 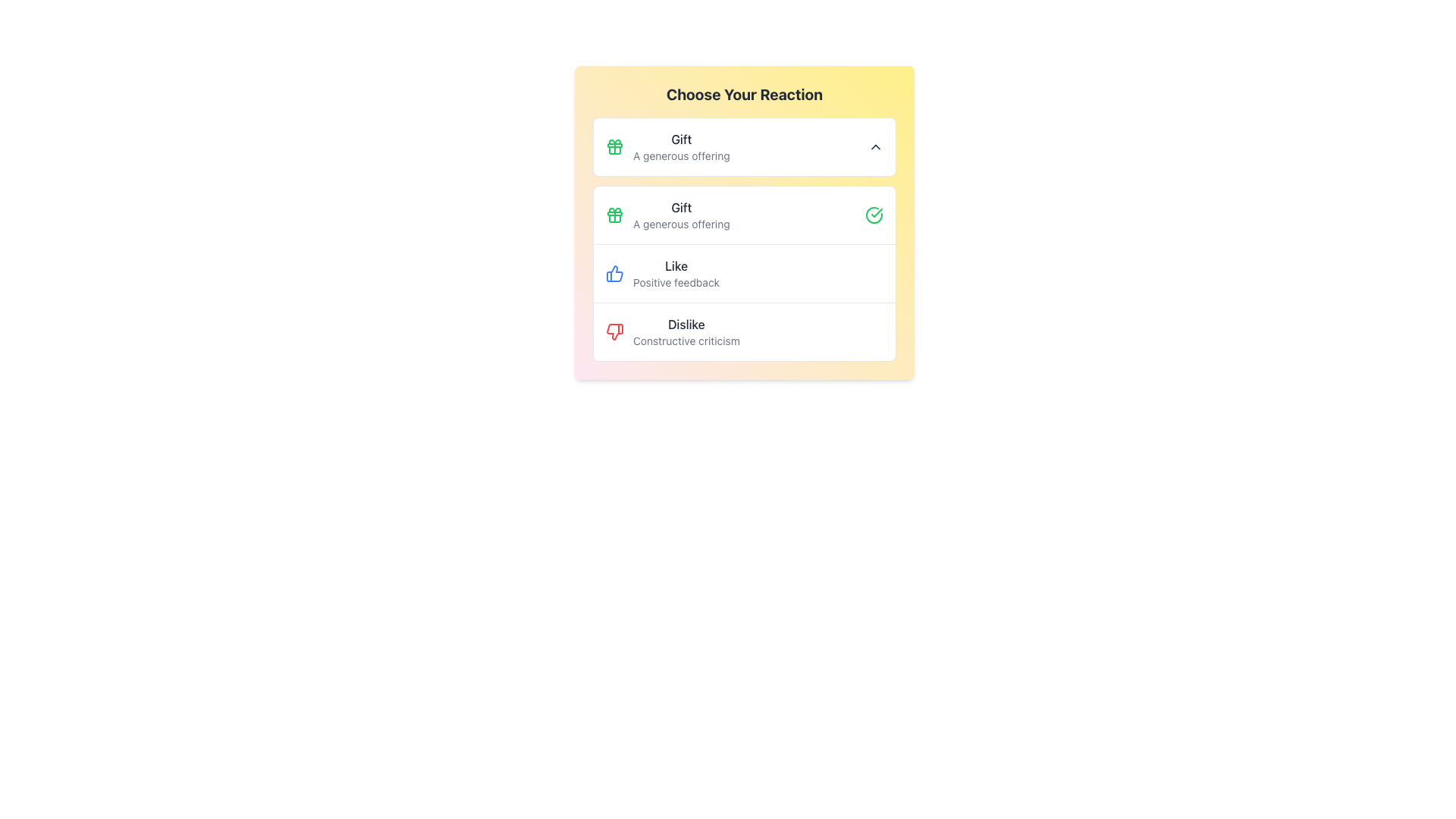 I want to click on descriptive text of the 'Like' element, which includes the word 'Like' in bold and the phrase 'Positive feedback', so click(x=676, y=274).